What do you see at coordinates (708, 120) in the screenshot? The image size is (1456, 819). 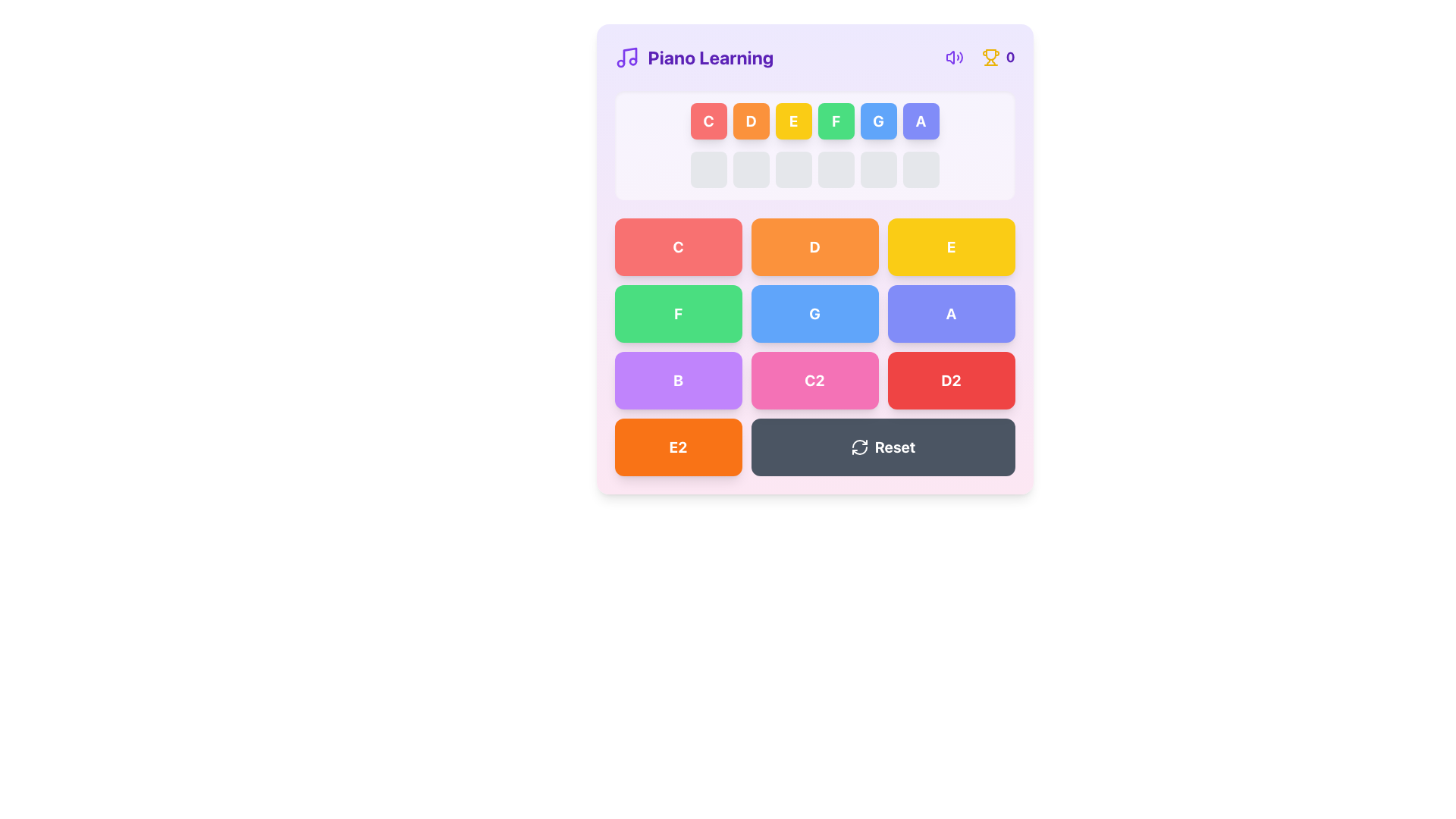 I see `the character 'C' styled in bold white font within the red circular button located in the first row of the grid layout` at bounding box center [708, 120].